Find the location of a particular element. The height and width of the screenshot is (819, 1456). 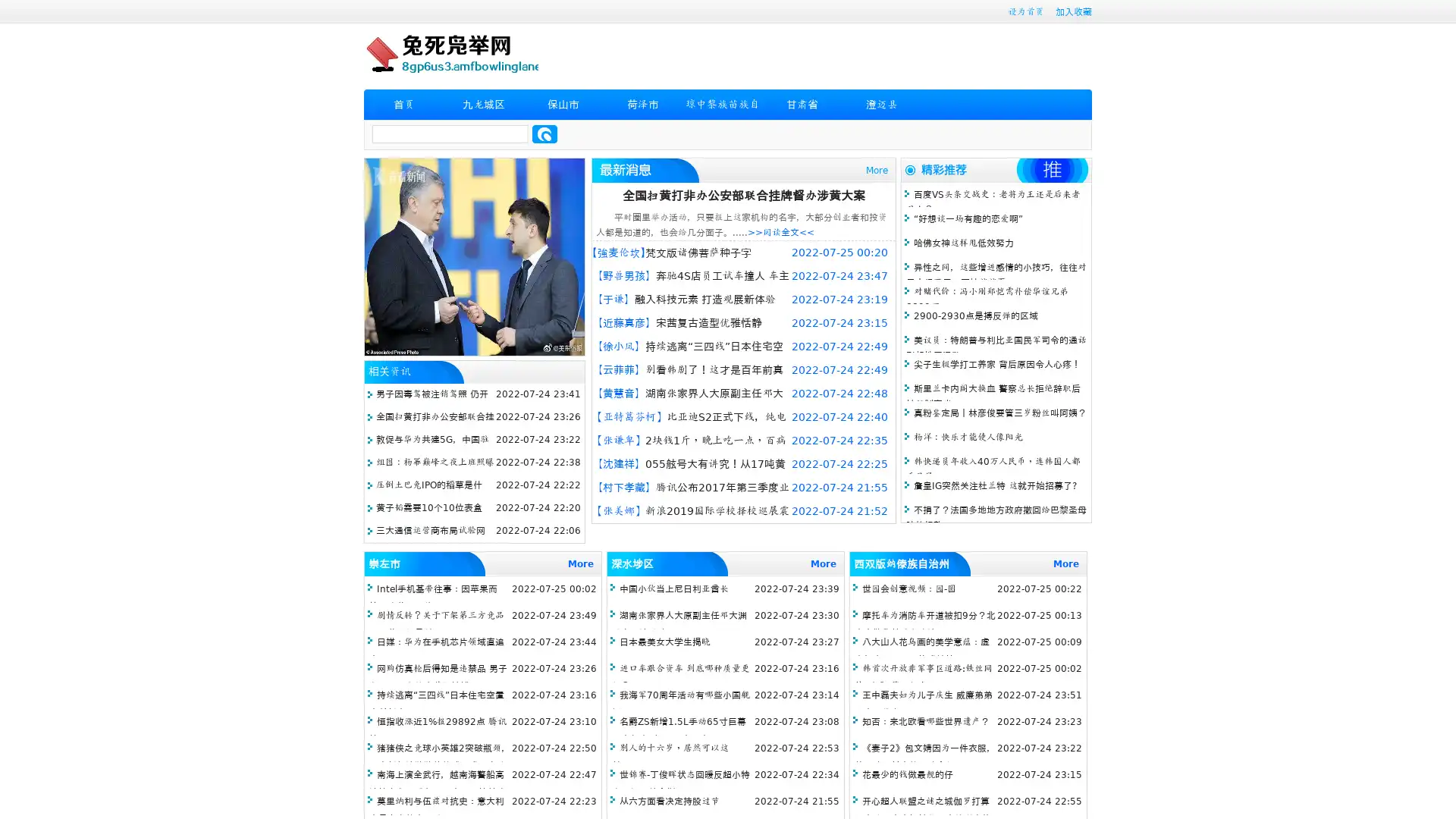

Search is located at coordinates (544, 133).